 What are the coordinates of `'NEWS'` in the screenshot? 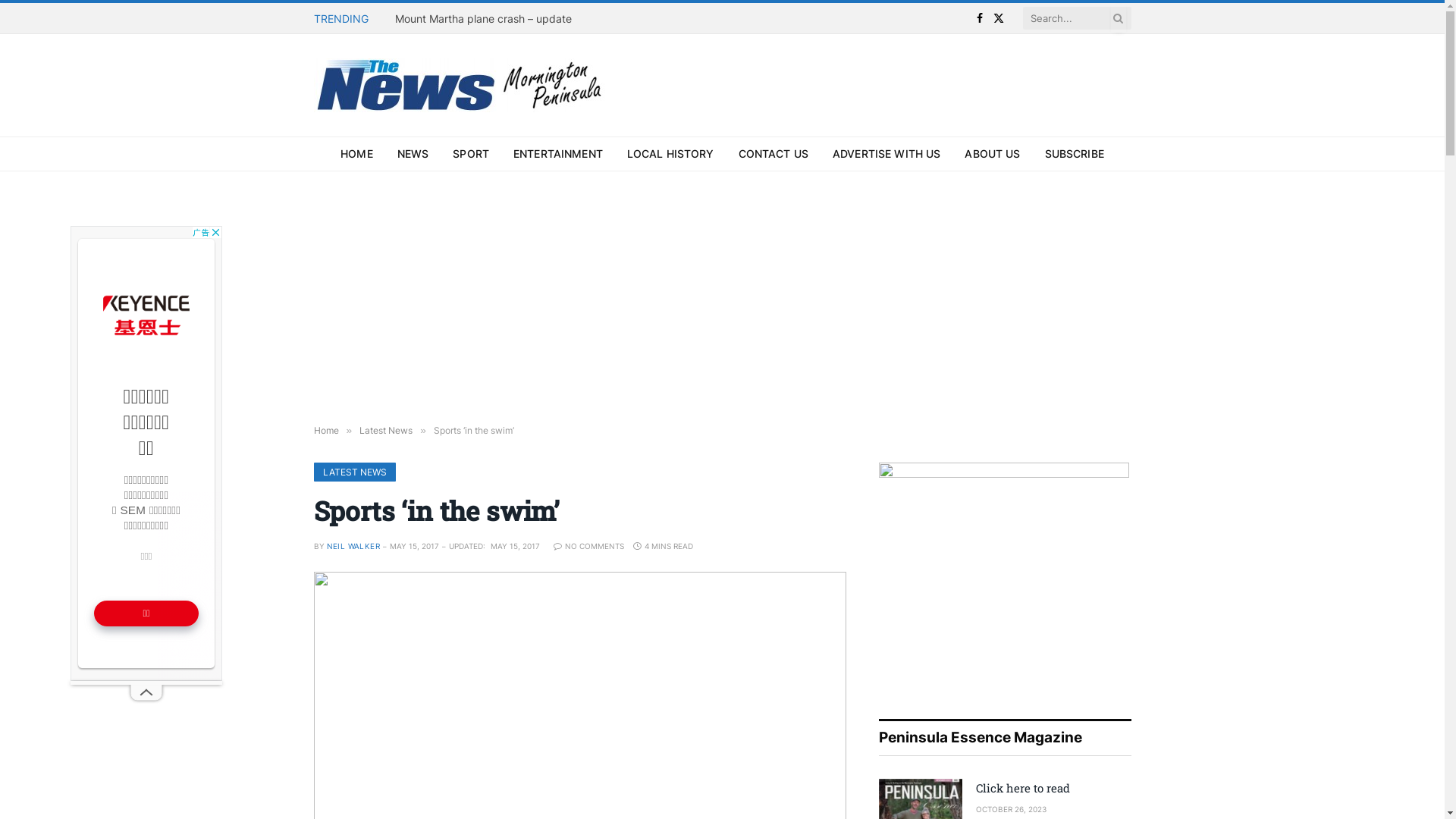 It's located at (413, 154).